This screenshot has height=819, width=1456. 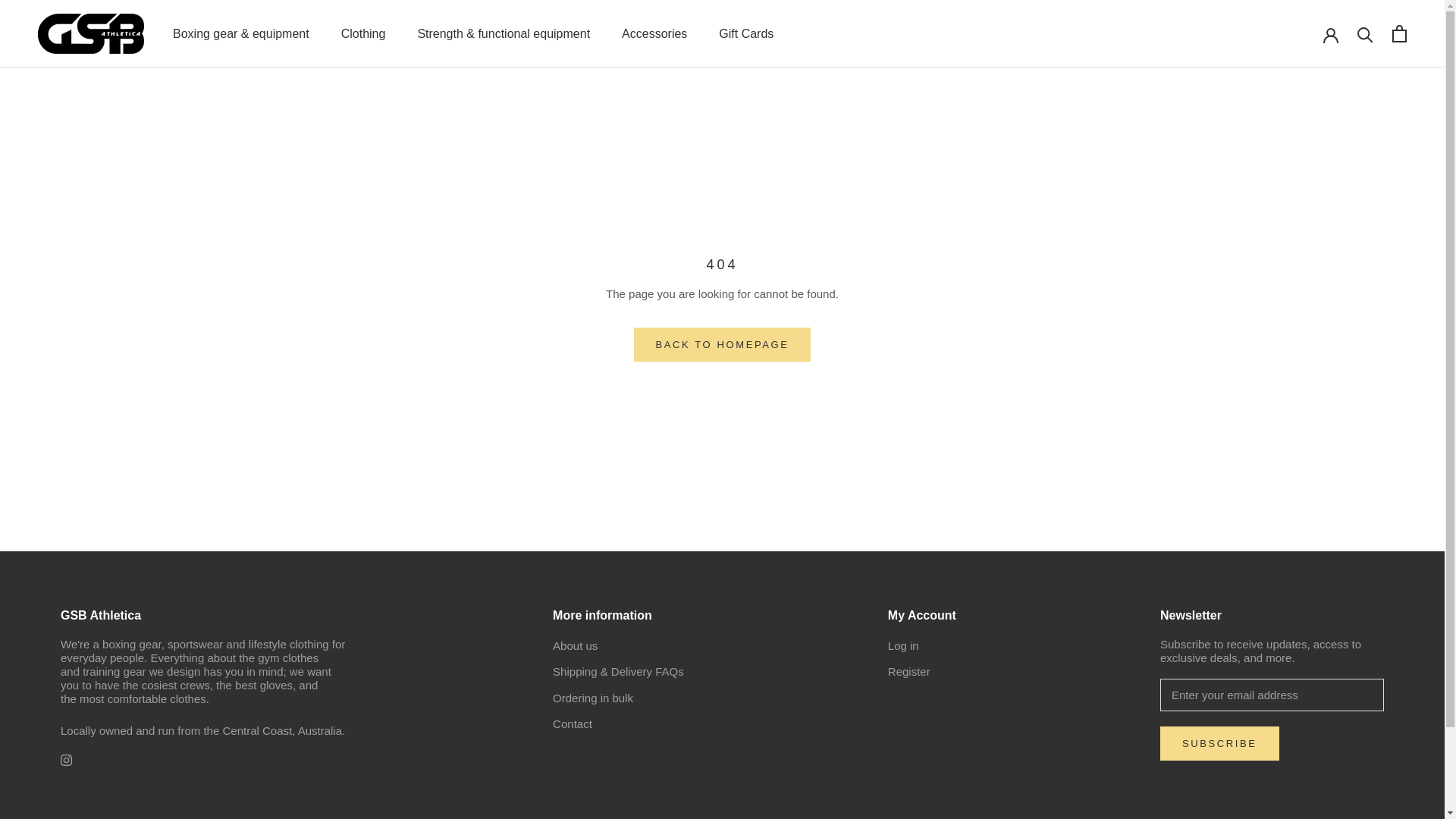 I want to click on 'Ordering in bulk', so click(x=618, y=698).